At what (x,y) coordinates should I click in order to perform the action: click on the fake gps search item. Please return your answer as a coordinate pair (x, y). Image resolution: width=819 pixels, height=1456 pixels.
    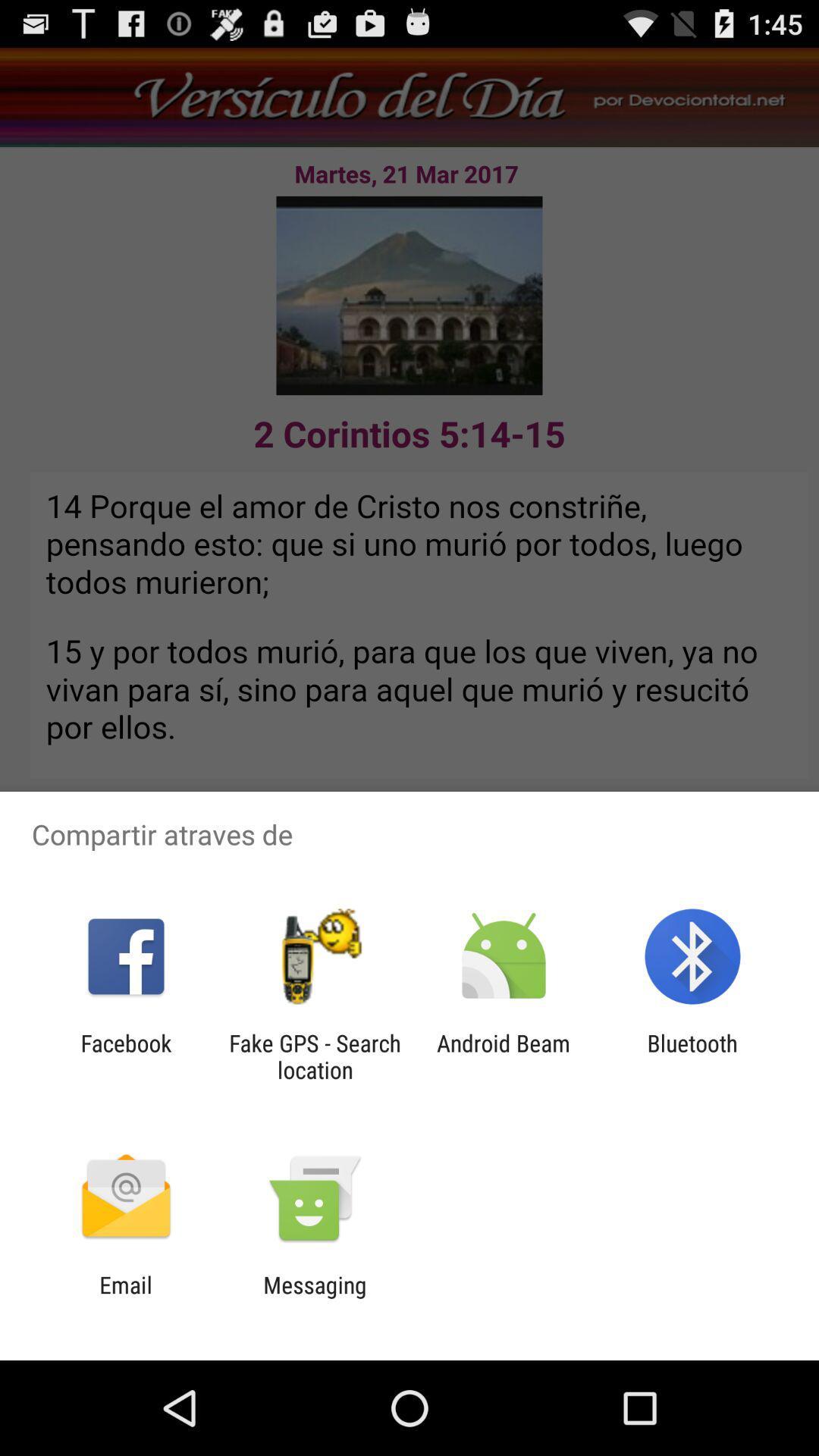
    Looking at the image, I should click on (314, 1056).